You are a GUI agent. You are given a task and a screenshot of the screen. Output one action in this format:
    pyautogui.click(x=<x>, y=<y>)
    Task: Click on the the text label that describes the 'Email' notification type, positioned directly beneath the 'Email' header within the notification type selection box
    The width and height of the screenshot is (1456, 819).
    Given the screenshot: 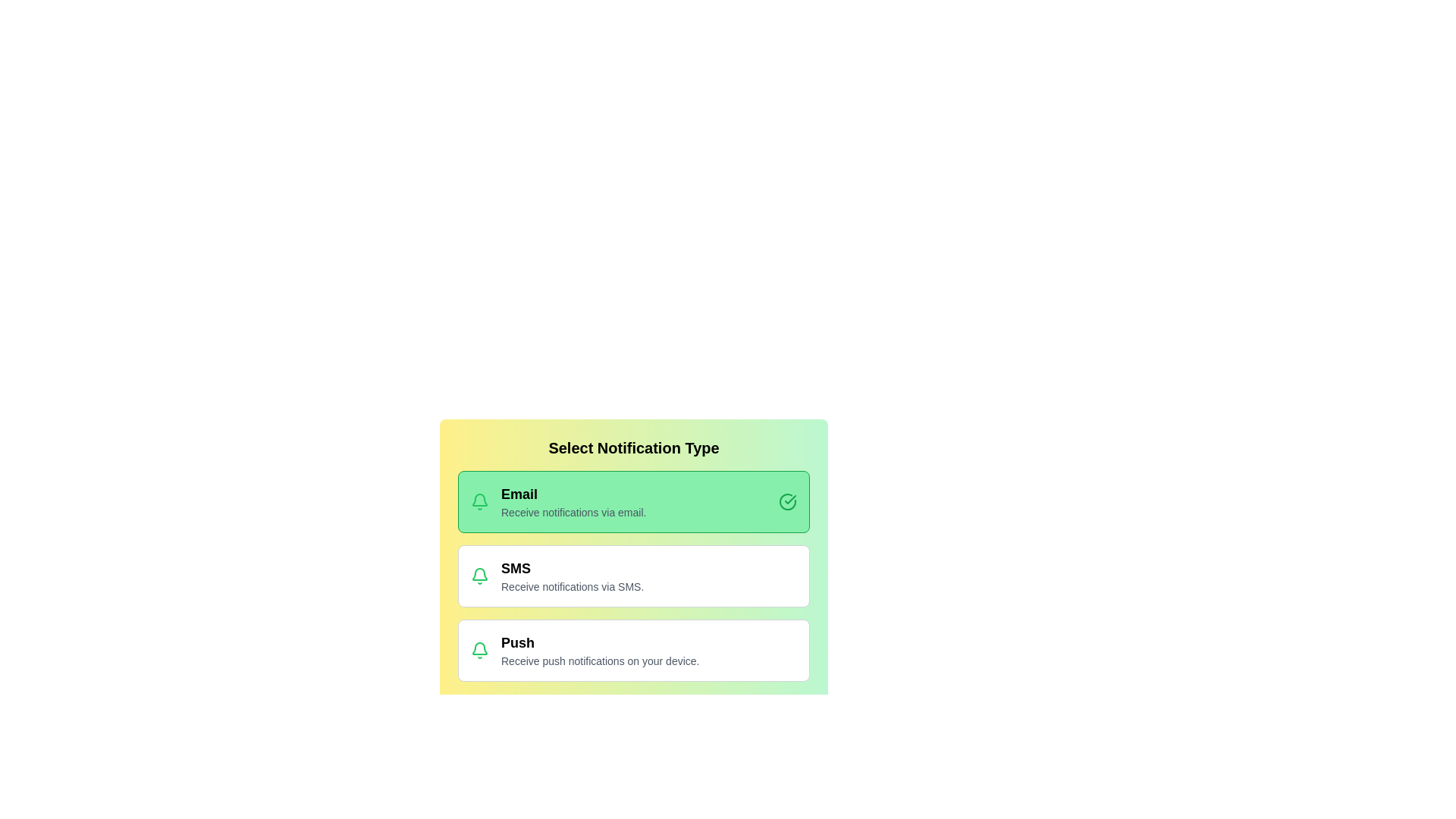 What is the action you would take?
    pyautogui.click(x=640, y=512)
    